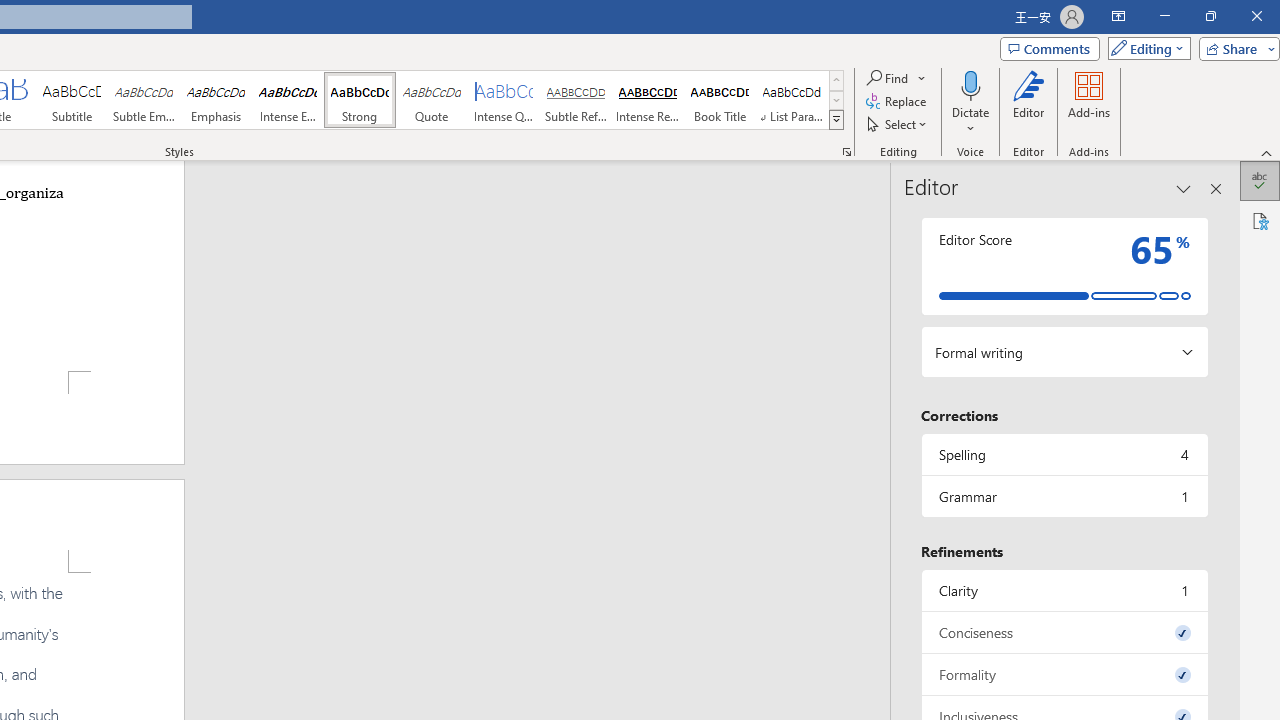 The height and width of the screenshot is (720, 1280). What do you see at coordinates (143, 100) in the screenshot?
I see `'Subtle Emphasis'` at bounding box center [143, 100].